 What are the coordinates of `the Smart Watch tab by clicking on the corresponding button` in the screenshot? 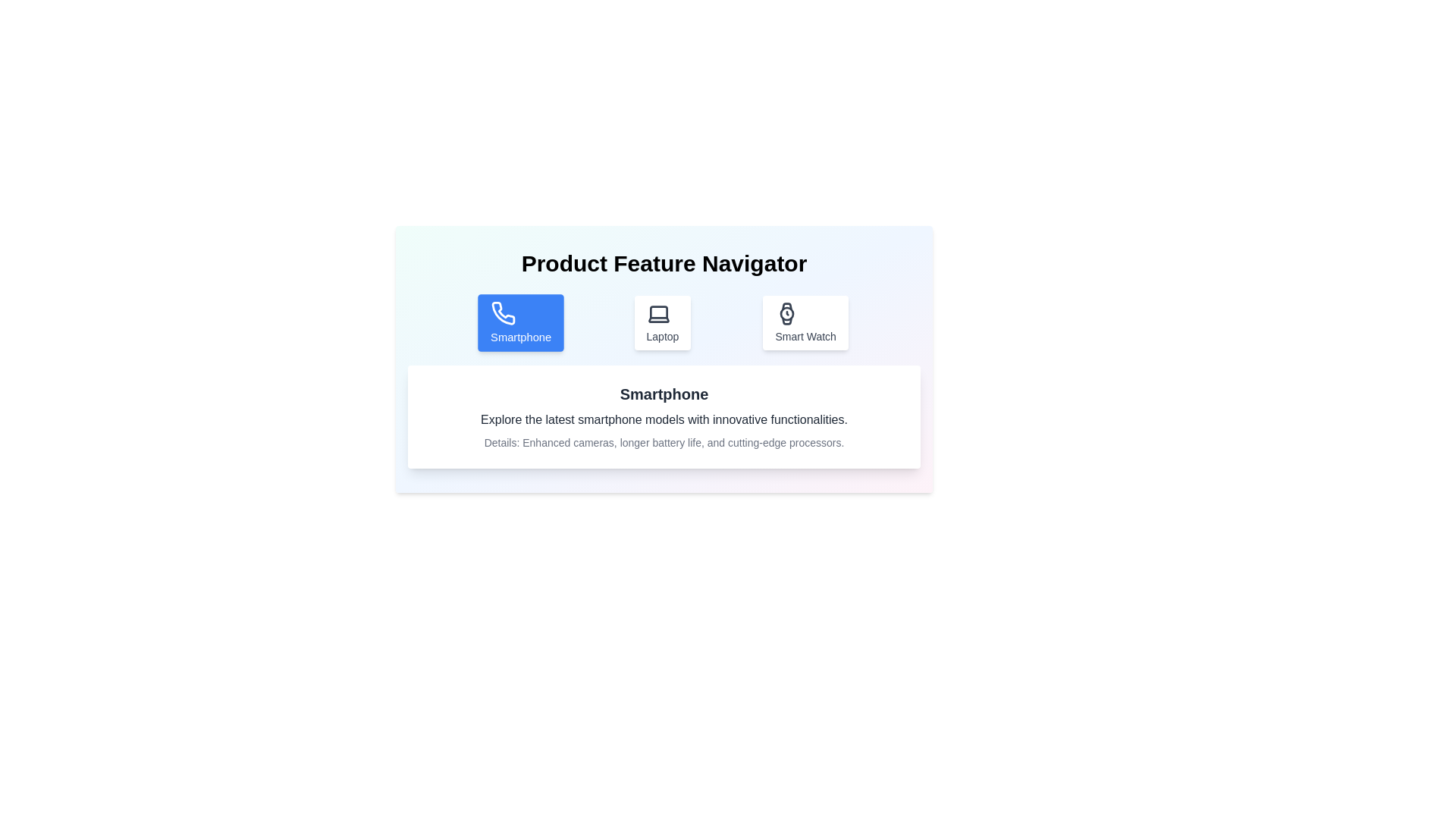 It's located at (805, 322).